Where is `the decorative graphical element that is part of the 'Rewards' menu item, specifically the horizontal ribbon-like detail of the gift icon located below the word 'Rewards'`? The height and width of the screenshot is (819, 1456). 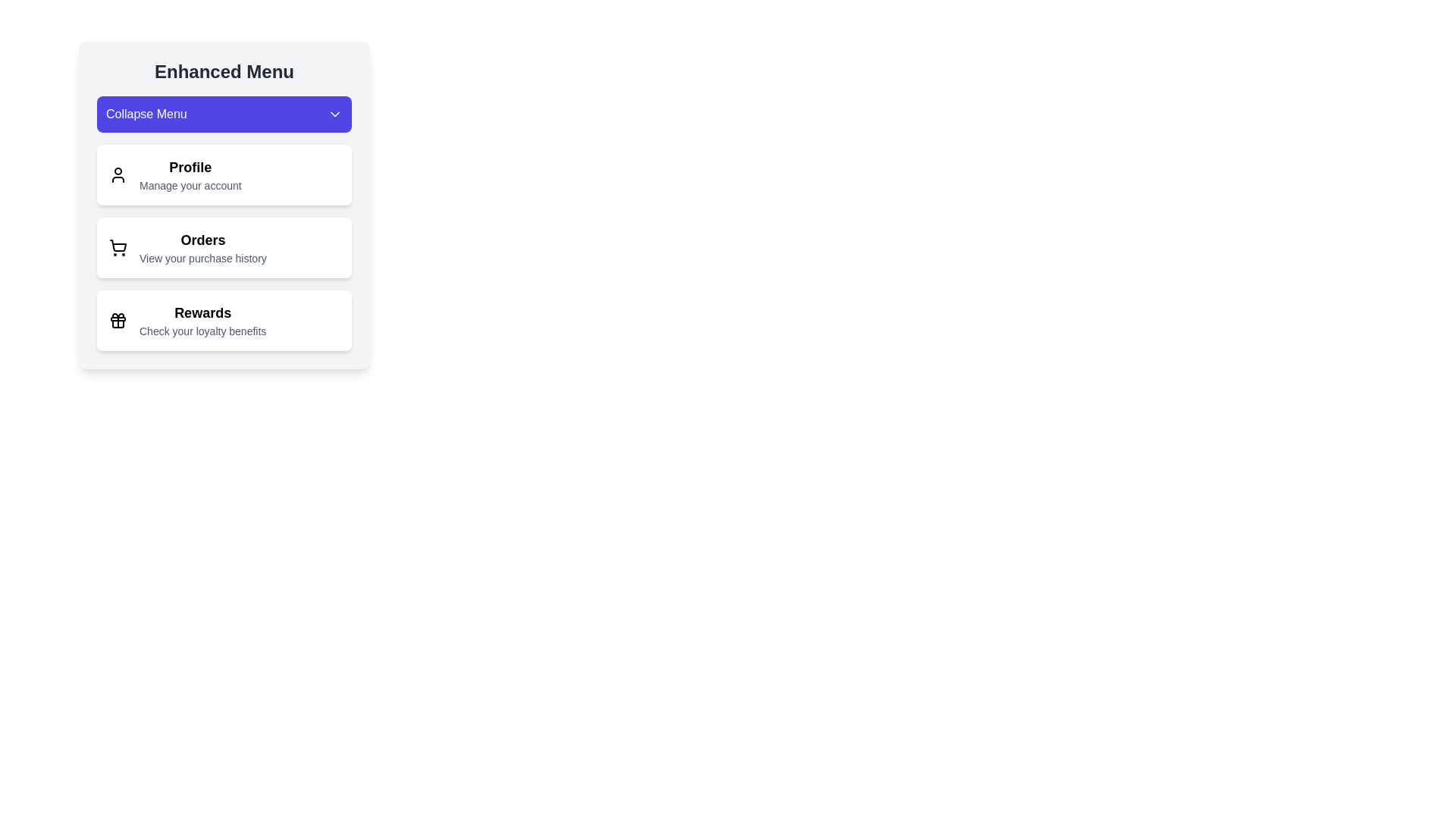
the decorative graphical element that is part of the 'Rewards' menu item, specifically the horizontal ribbon-like detail of the gift icon located below the word 'Rewards' is located at coordinates (118, 318).